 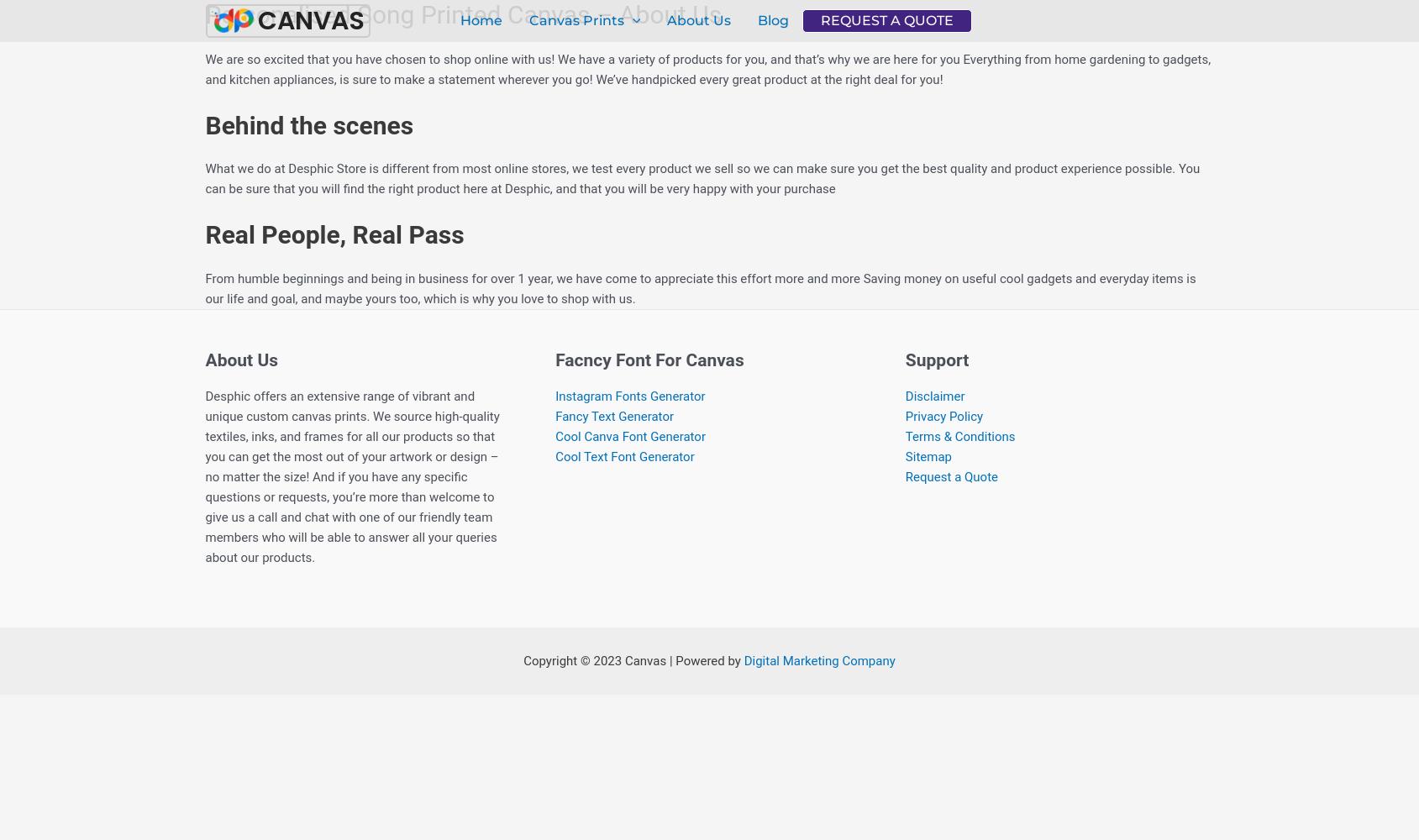 What do you see at coordinates (702, 178) in the screenshot?
I see `'What we do at Desphic Store is different from most online stores, we test every product we sell so we can make sure you get the best quality and product experience possible. You can be sure that you will find the right product here at Desphic, and that you will be very happy with your purchase'` at bounding box center [702, 178].